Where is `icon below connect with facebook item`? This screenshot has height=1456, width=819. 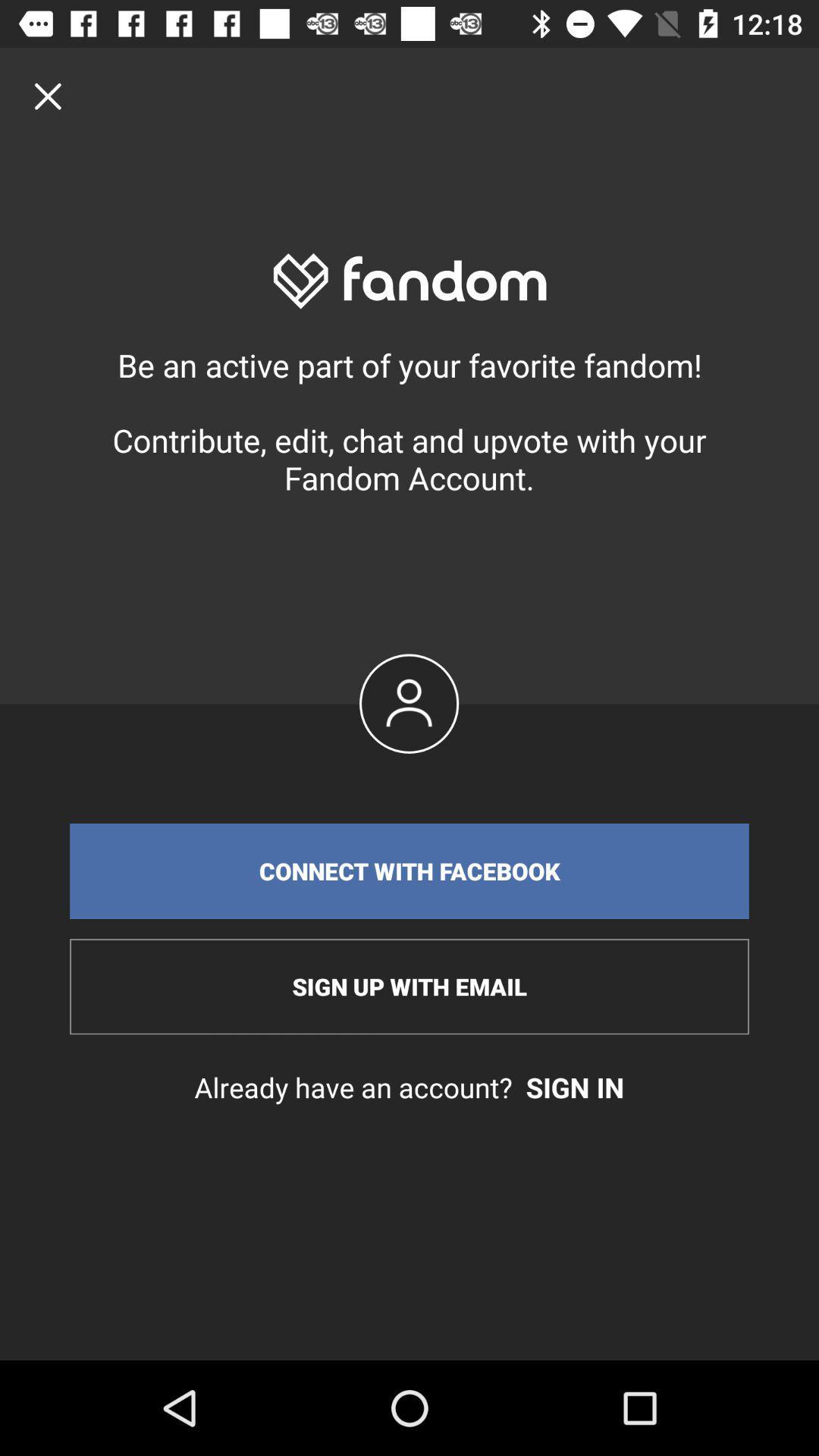
icon below connect with facebook item is located at coordinates (409, 987).